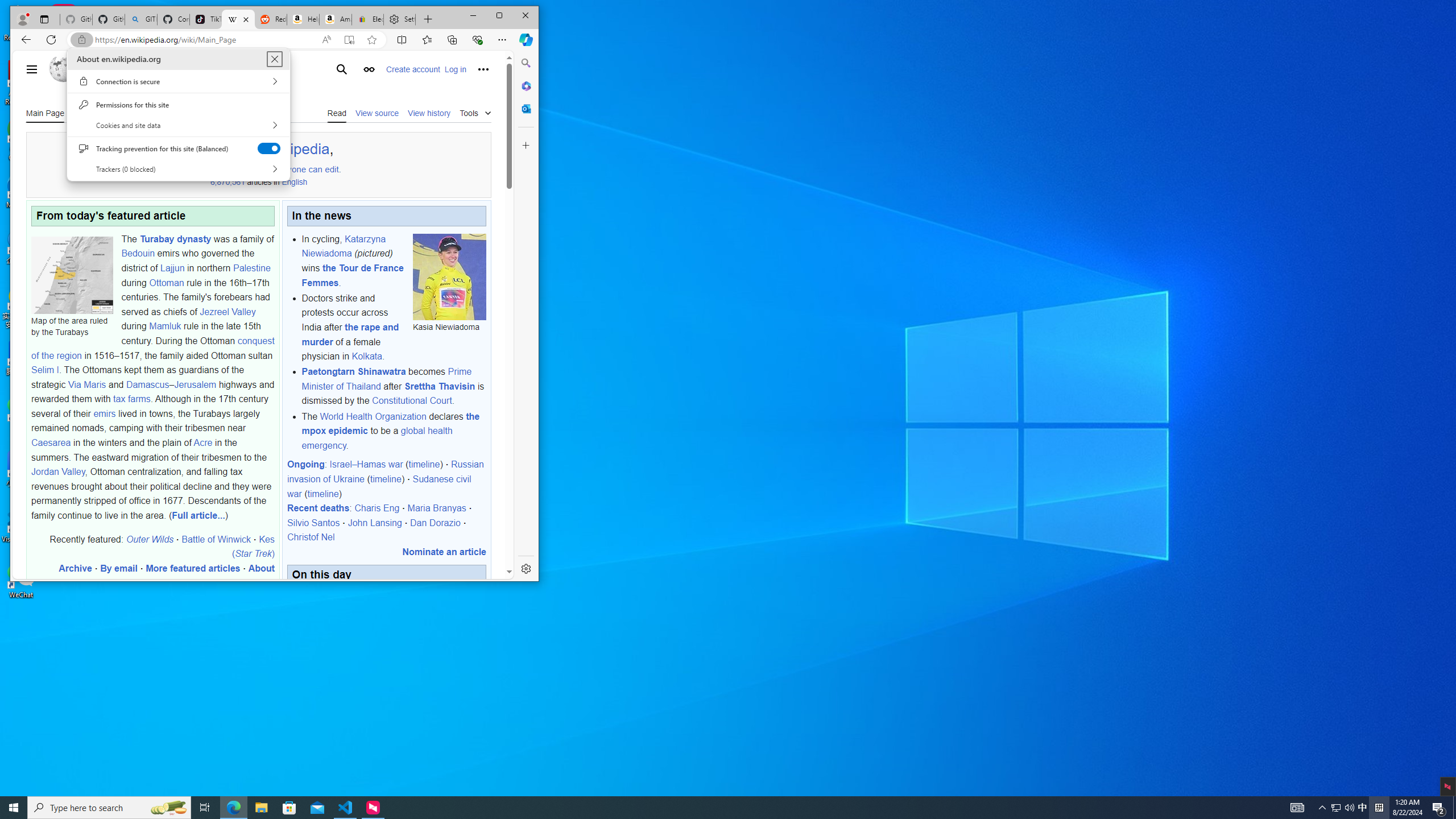  What do you see at coordinates (152, 348) in the screenshot?
I see `'conquest of the region'` at bounding box center [152, 348].